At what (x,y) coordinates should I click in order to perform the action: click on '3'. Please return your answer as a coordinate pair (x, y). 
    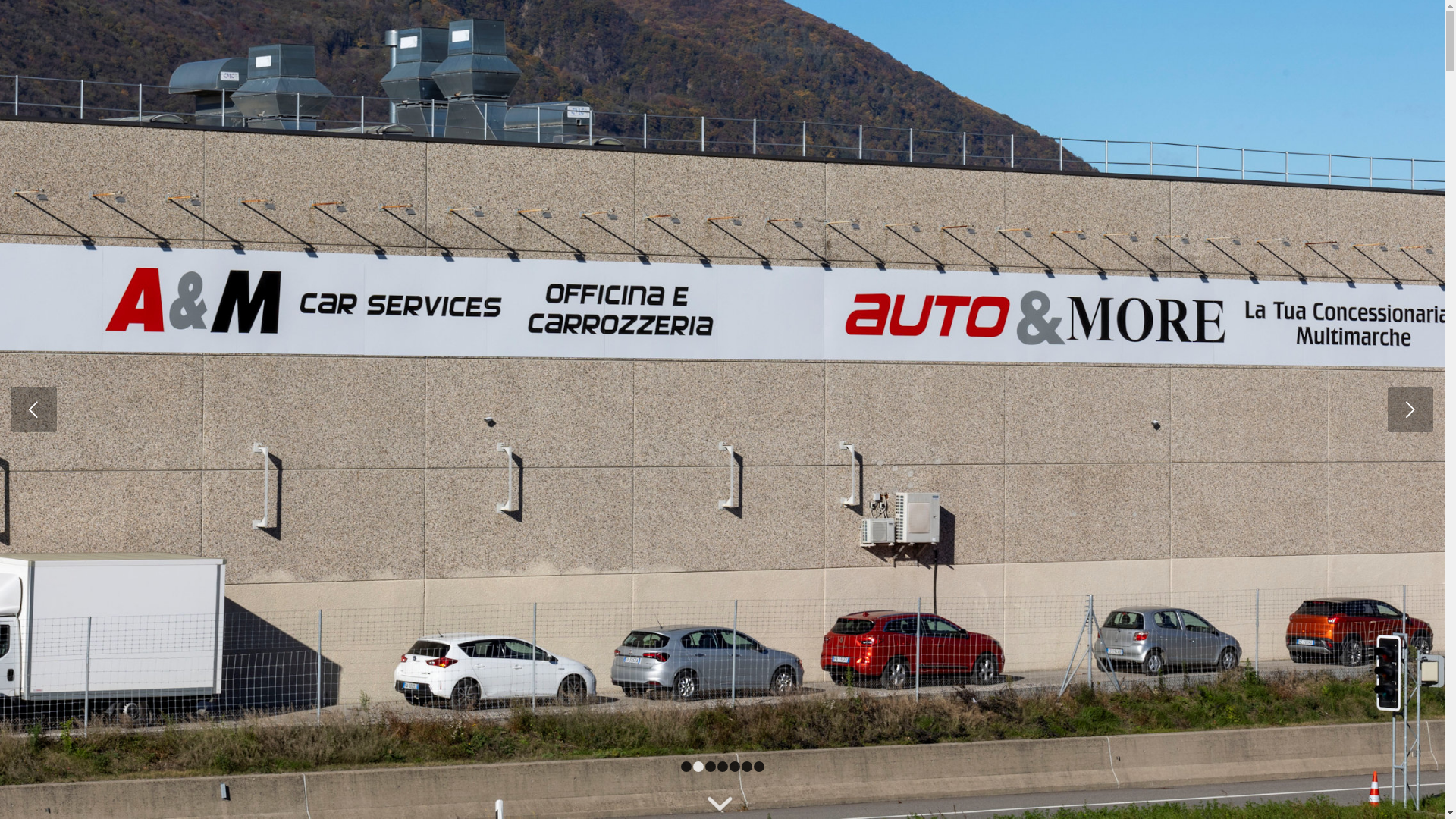
    Looking at the image, I should click on (704, 766).